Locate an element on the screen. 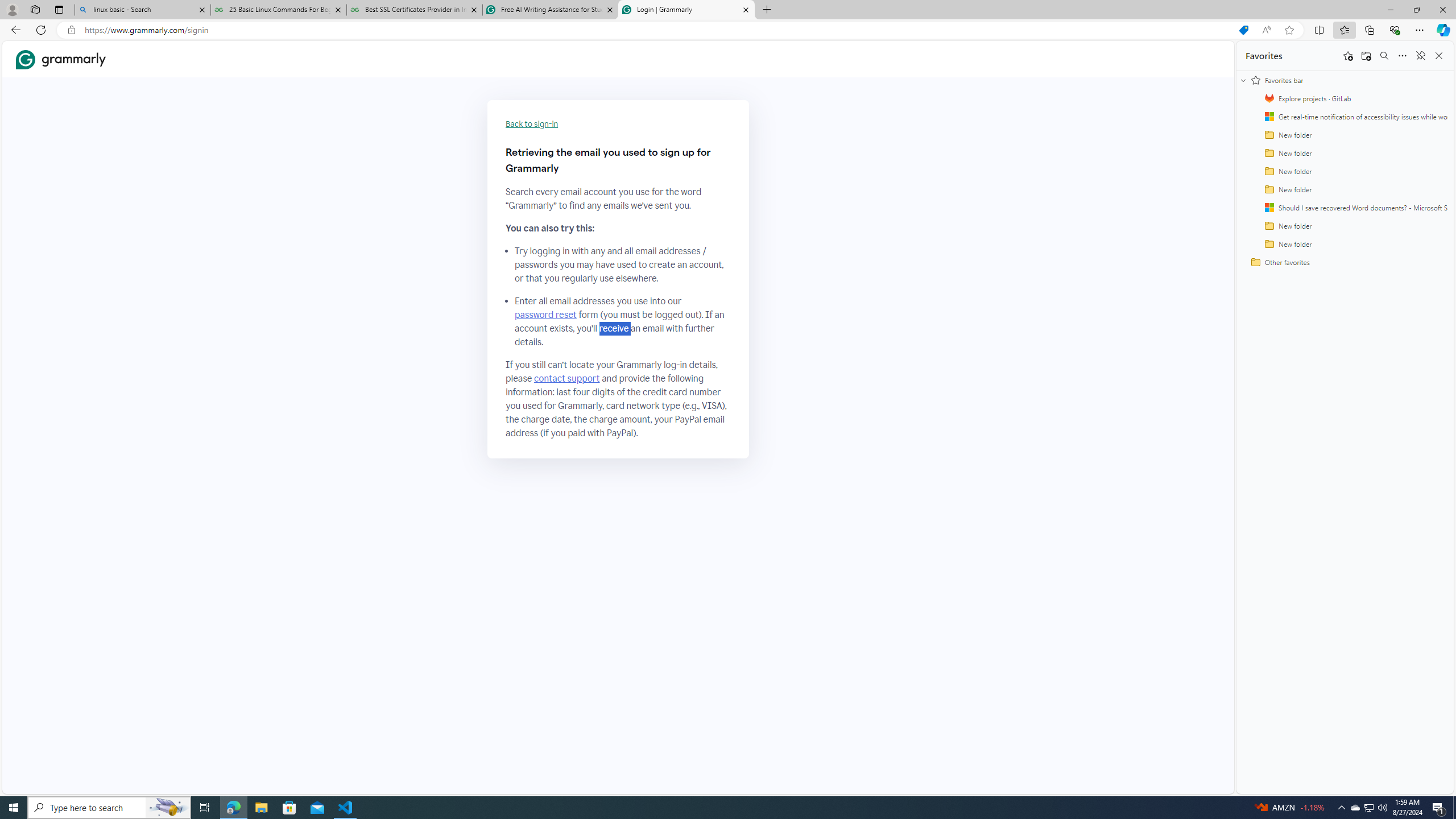  'contact support' is located at coordinates (566, 379).